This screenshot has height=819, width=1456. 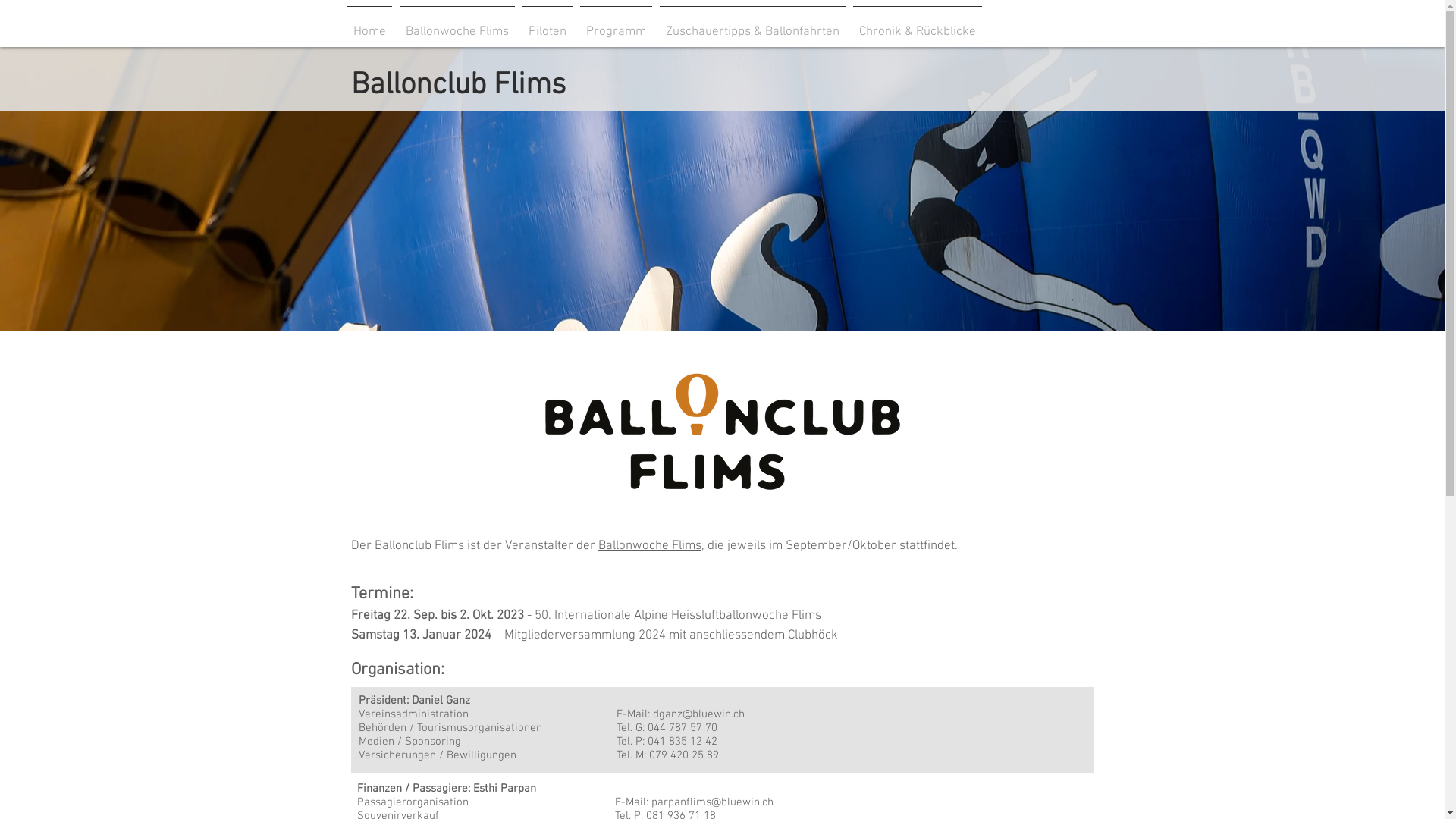 What do you see at coordinates (519, 25) in the screenshot?
I see `'Piloten'` at bounding box center [519, 25].